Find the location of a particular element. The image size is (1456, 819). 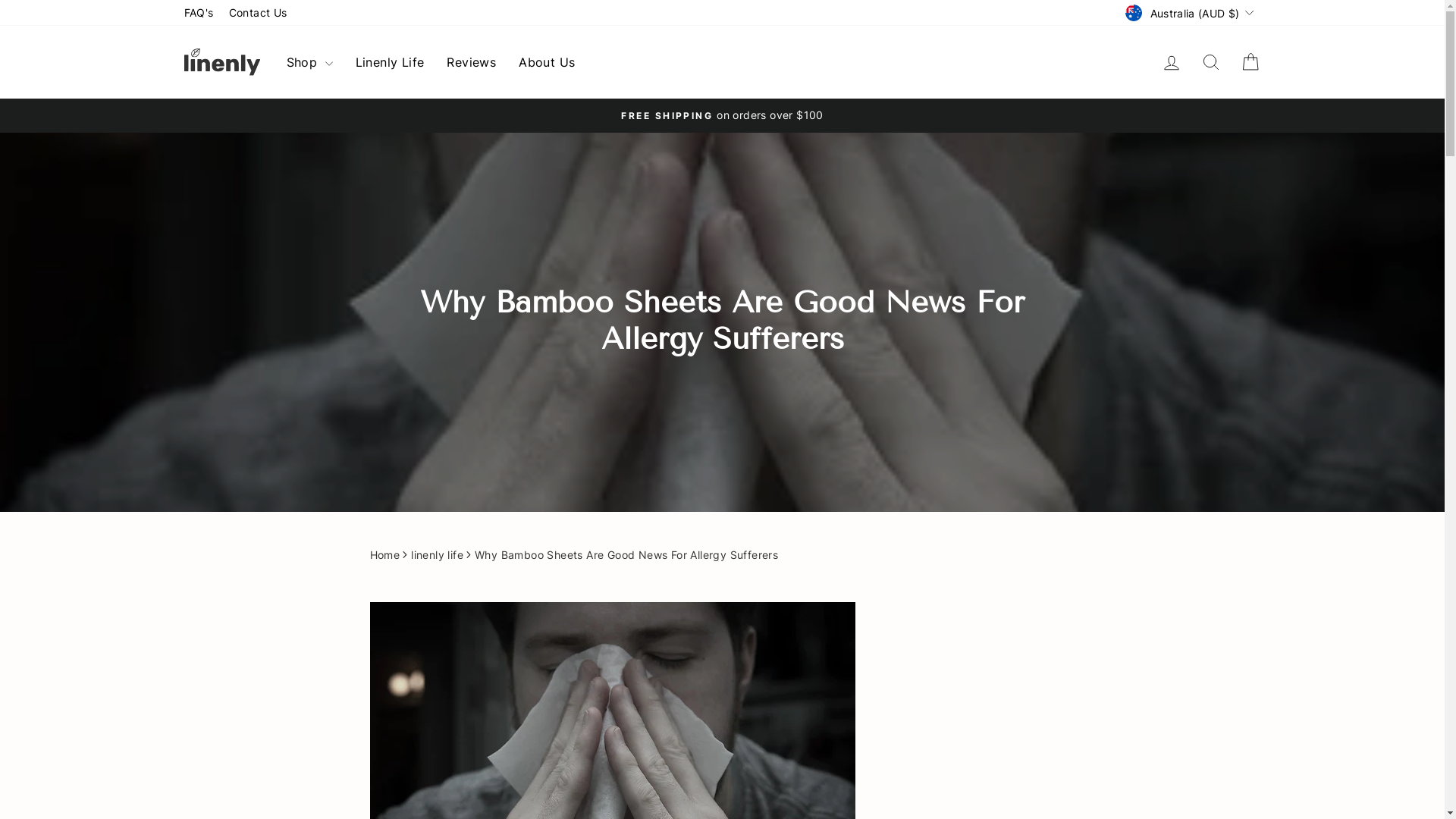

'Contact Us' is located at coordinates (258, 12).